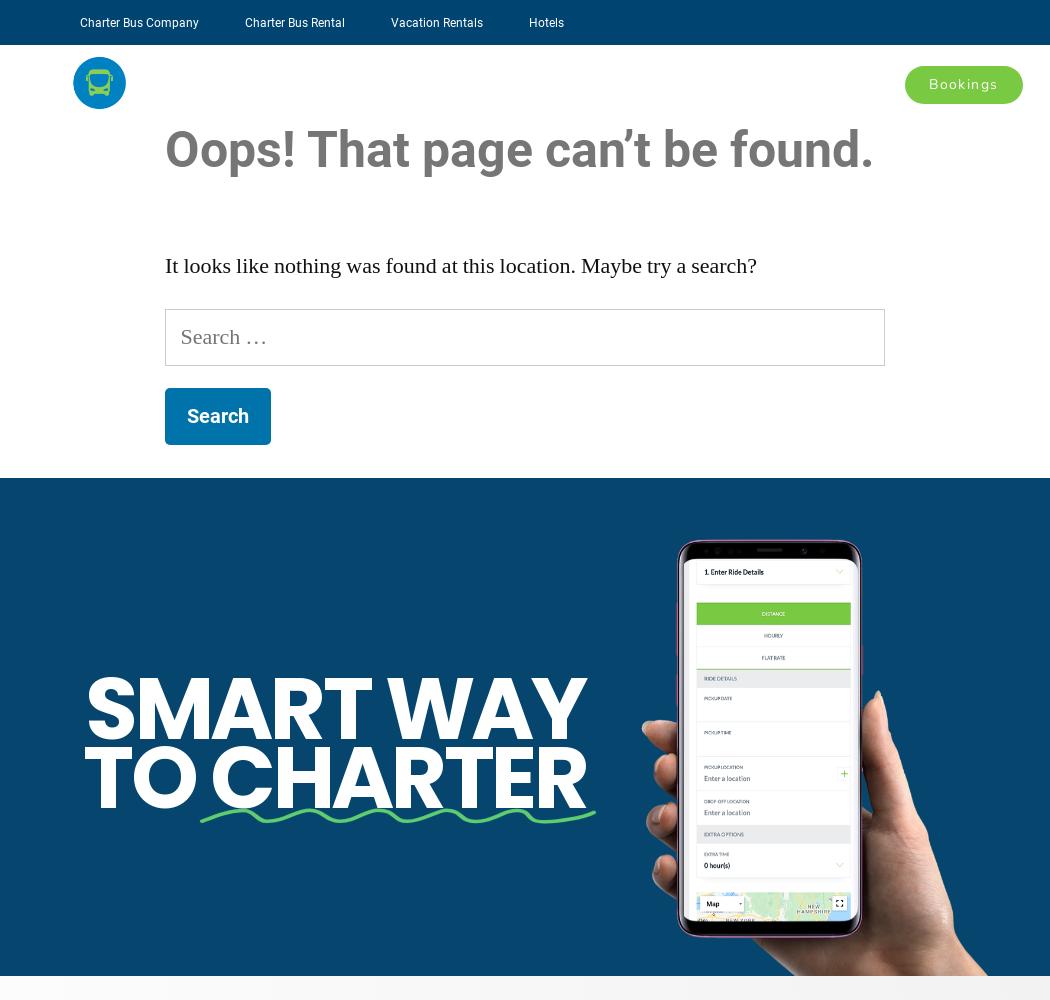  I want to click on 'TO', so click(145, 778).